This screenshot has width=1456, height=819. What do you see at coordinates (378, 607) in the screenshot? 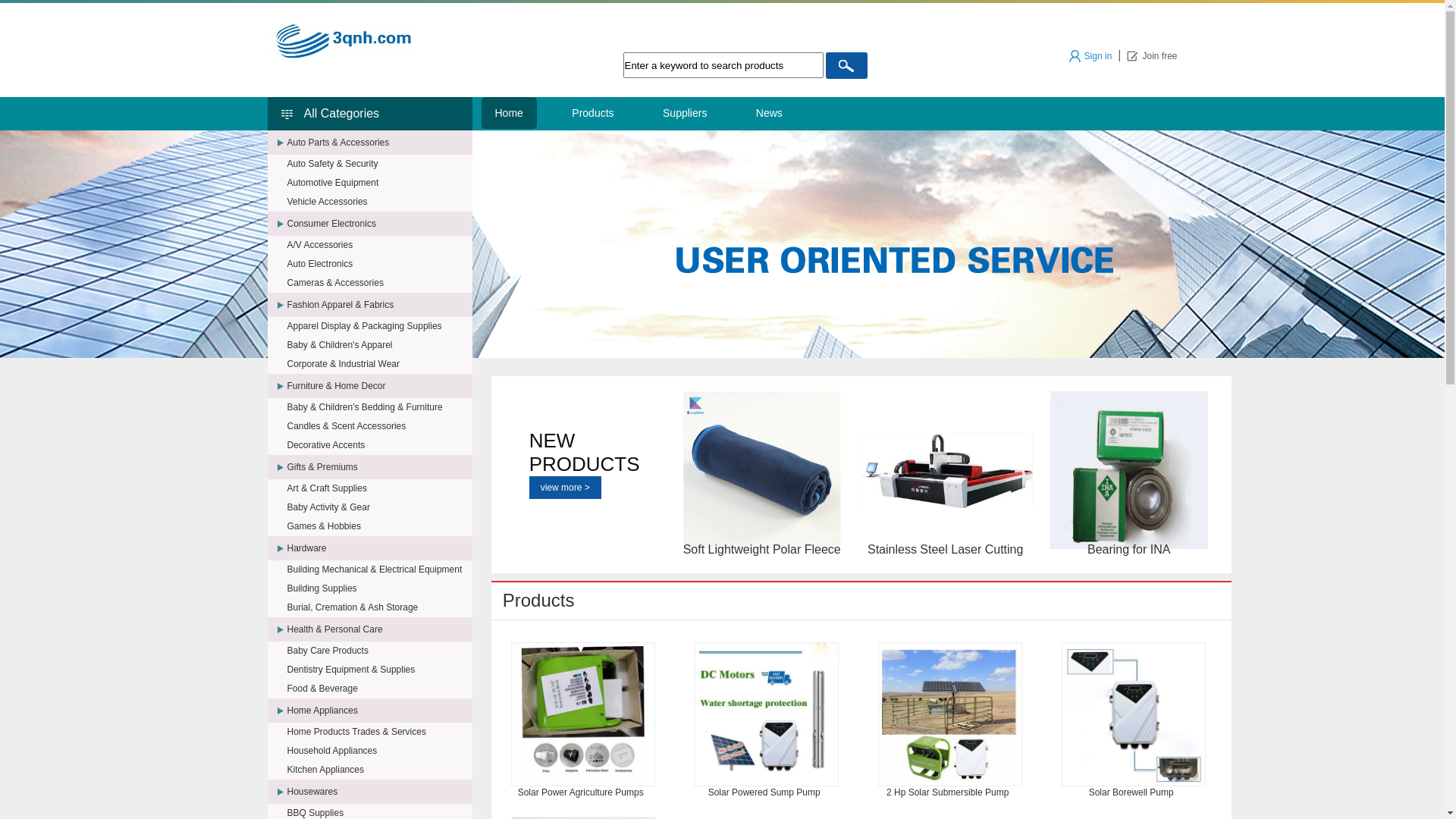
I see `'Burial, Cremation & Ash Storage'` at bounding box center [378, 607].